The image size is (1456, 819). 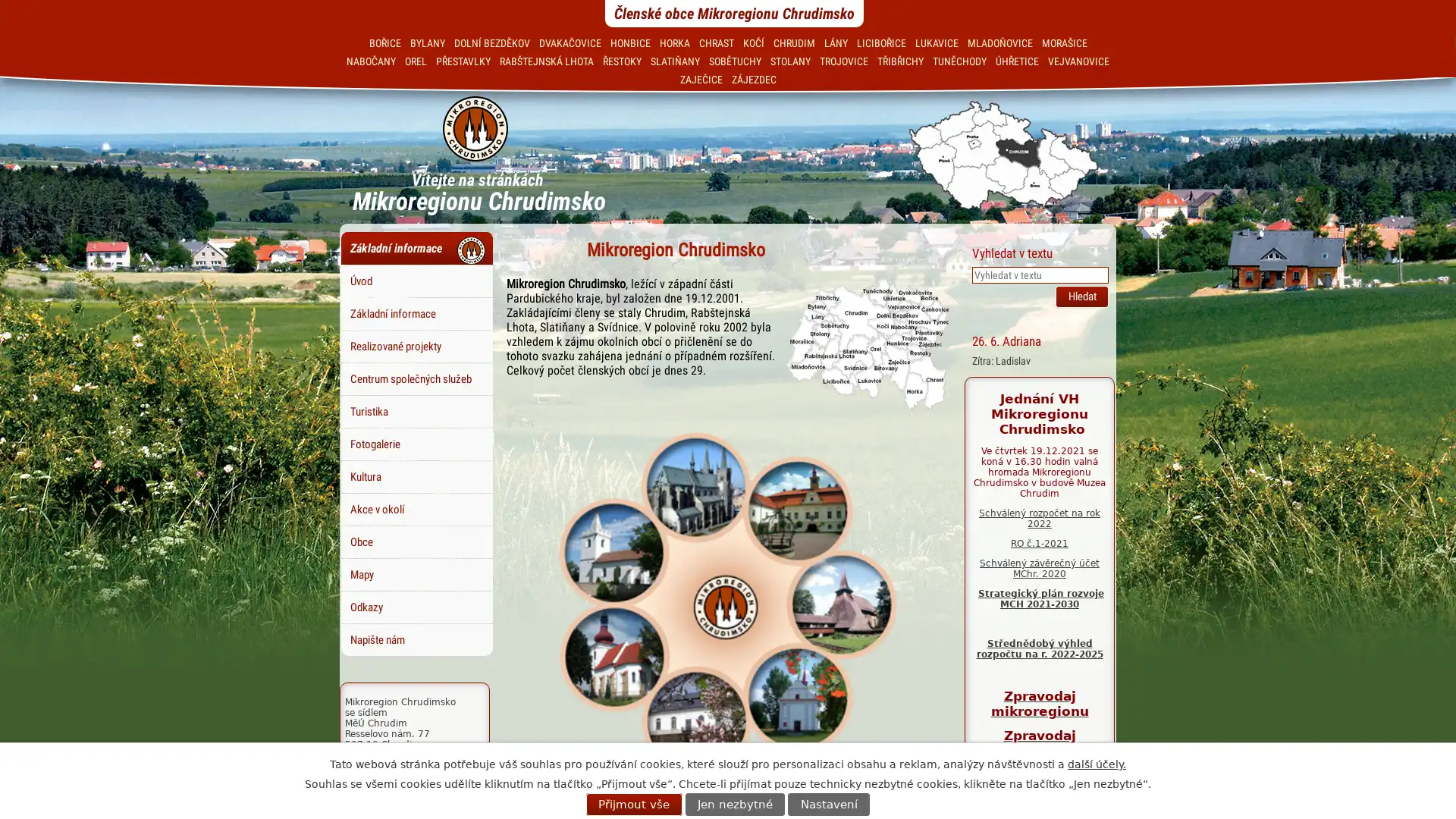 I want to click on Hledat, so click(x=1081, y=296).